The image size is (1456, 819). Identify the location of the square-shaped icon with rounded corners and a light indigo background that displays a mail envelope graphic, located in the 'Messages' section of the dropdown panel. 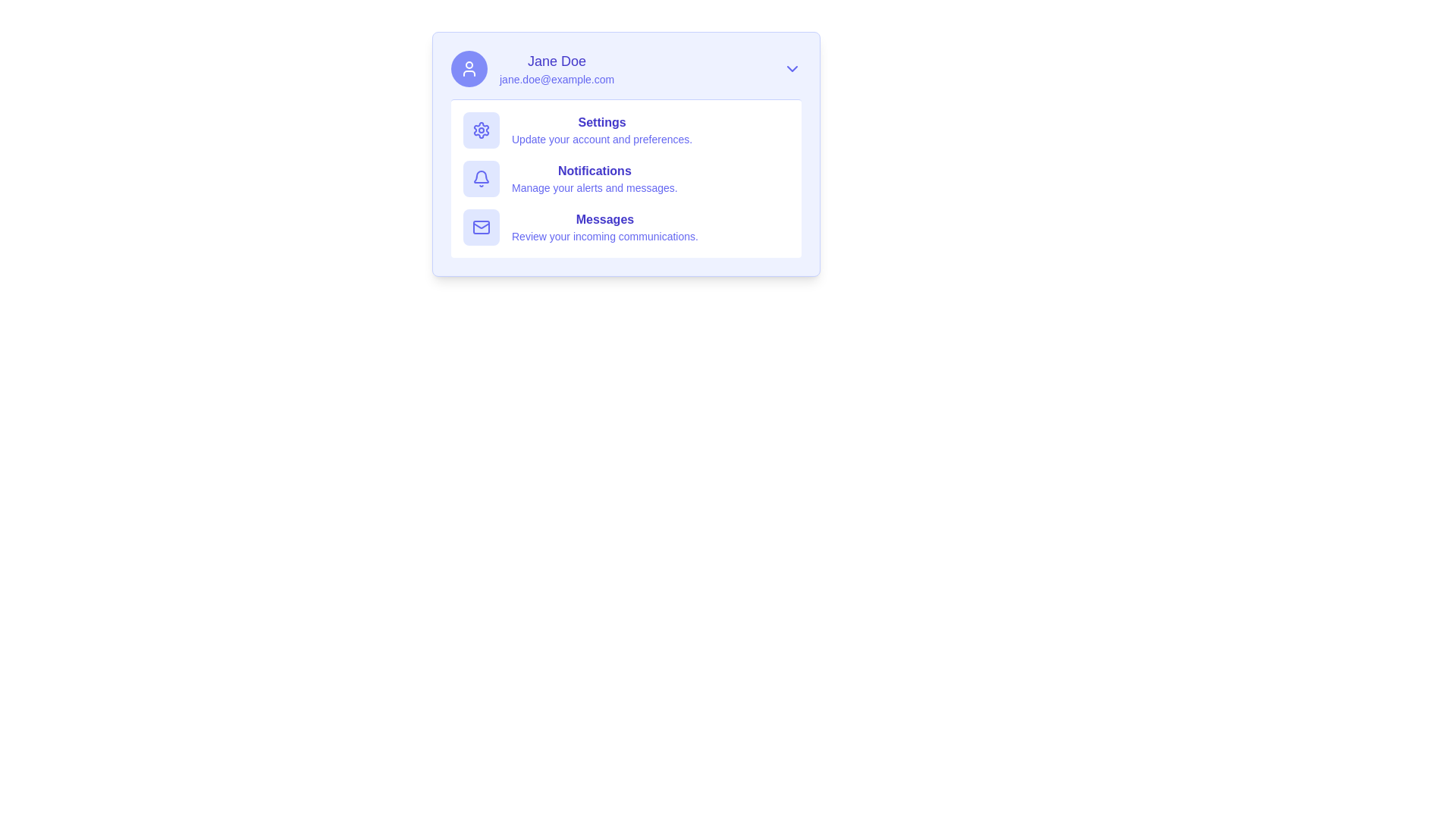
(480, 227).